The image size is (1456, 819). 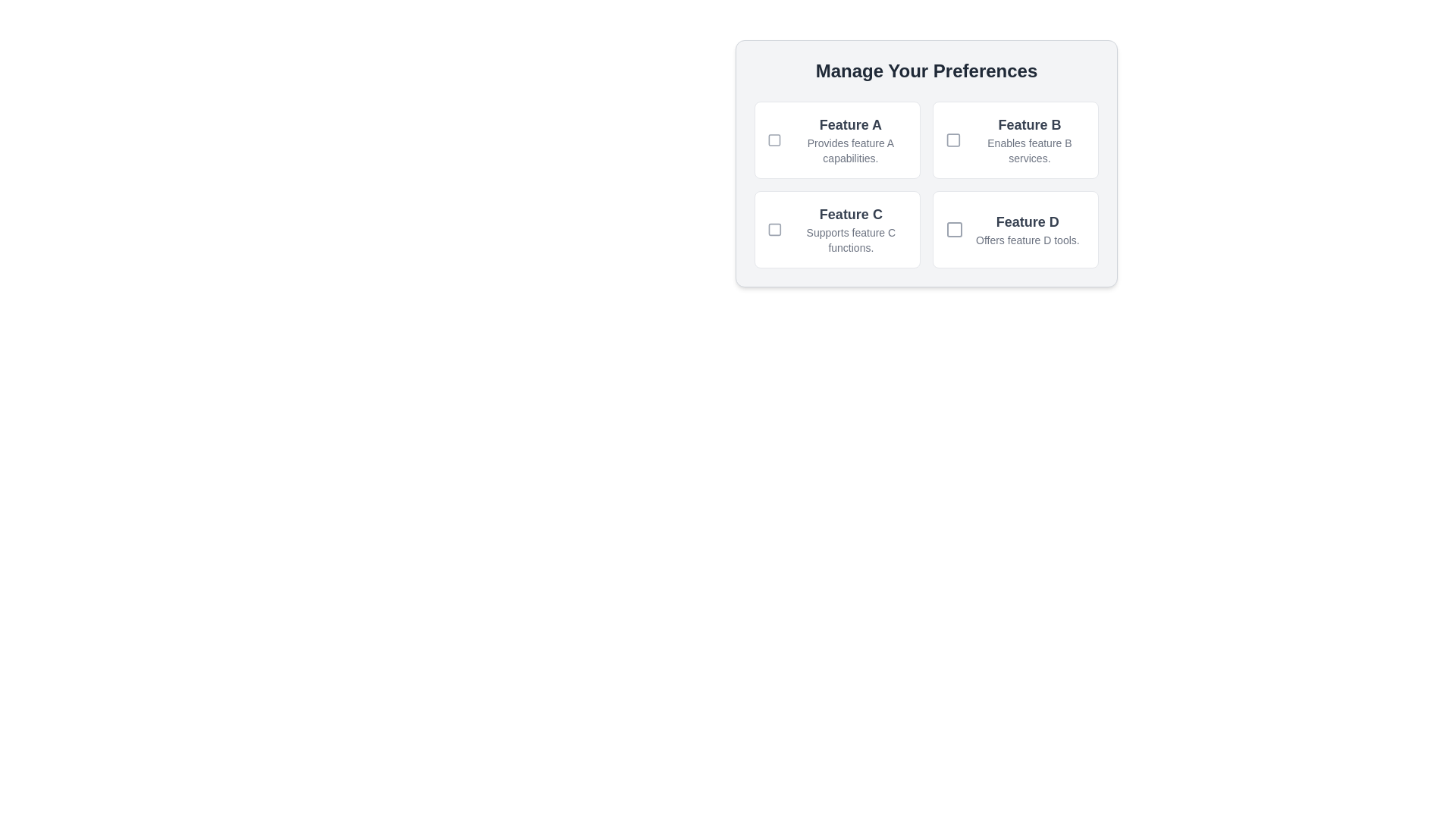 I want to click on text content of the Information display, which is the first card in the grid located in the top-left corner, so click(x=850, y=140).